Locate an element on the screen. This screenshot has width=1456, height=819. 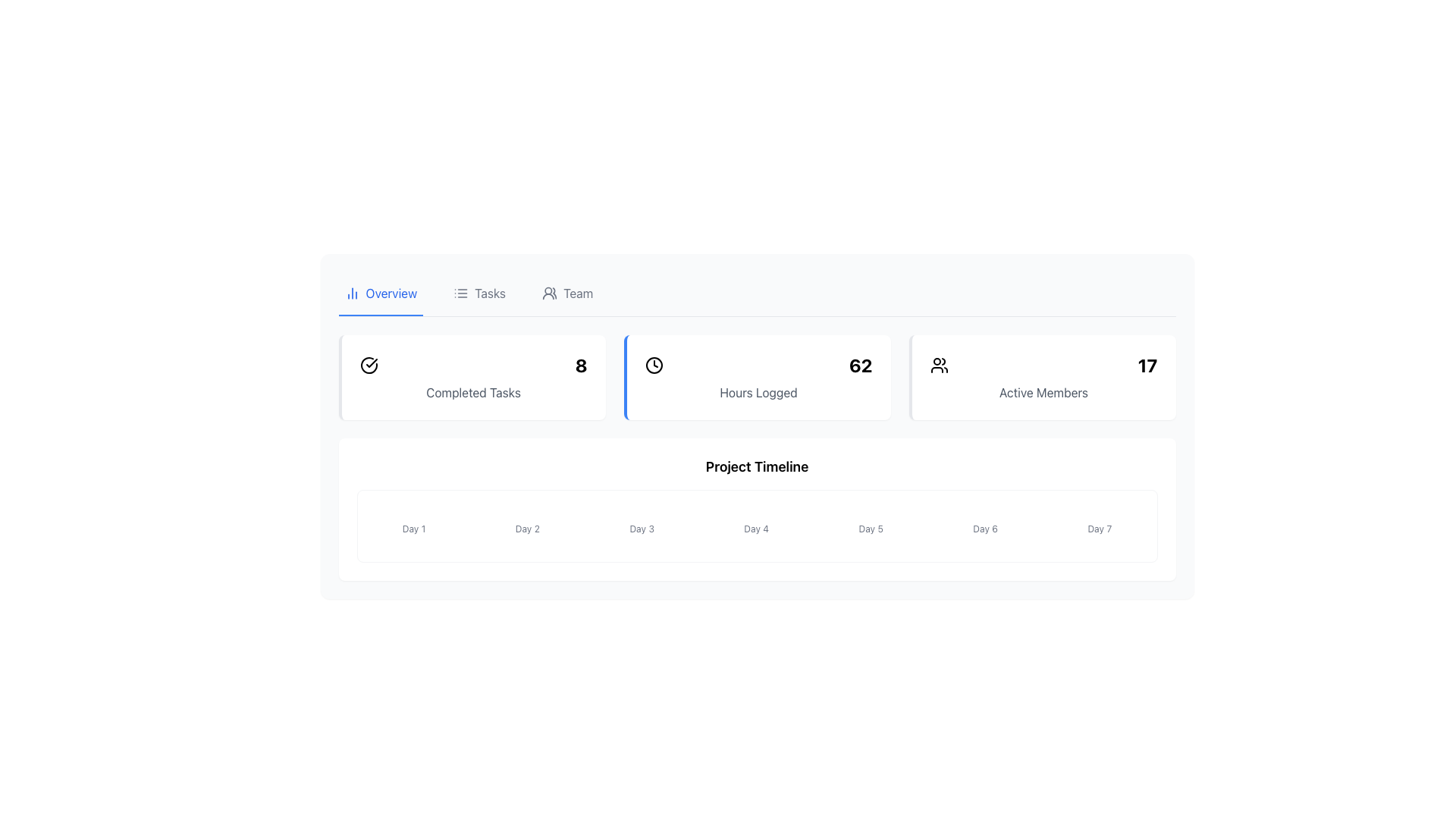
the time tracking icon located to the left of the text '62' in the 'Hours Logged' section of the second card is located at coordinates (654, 366).